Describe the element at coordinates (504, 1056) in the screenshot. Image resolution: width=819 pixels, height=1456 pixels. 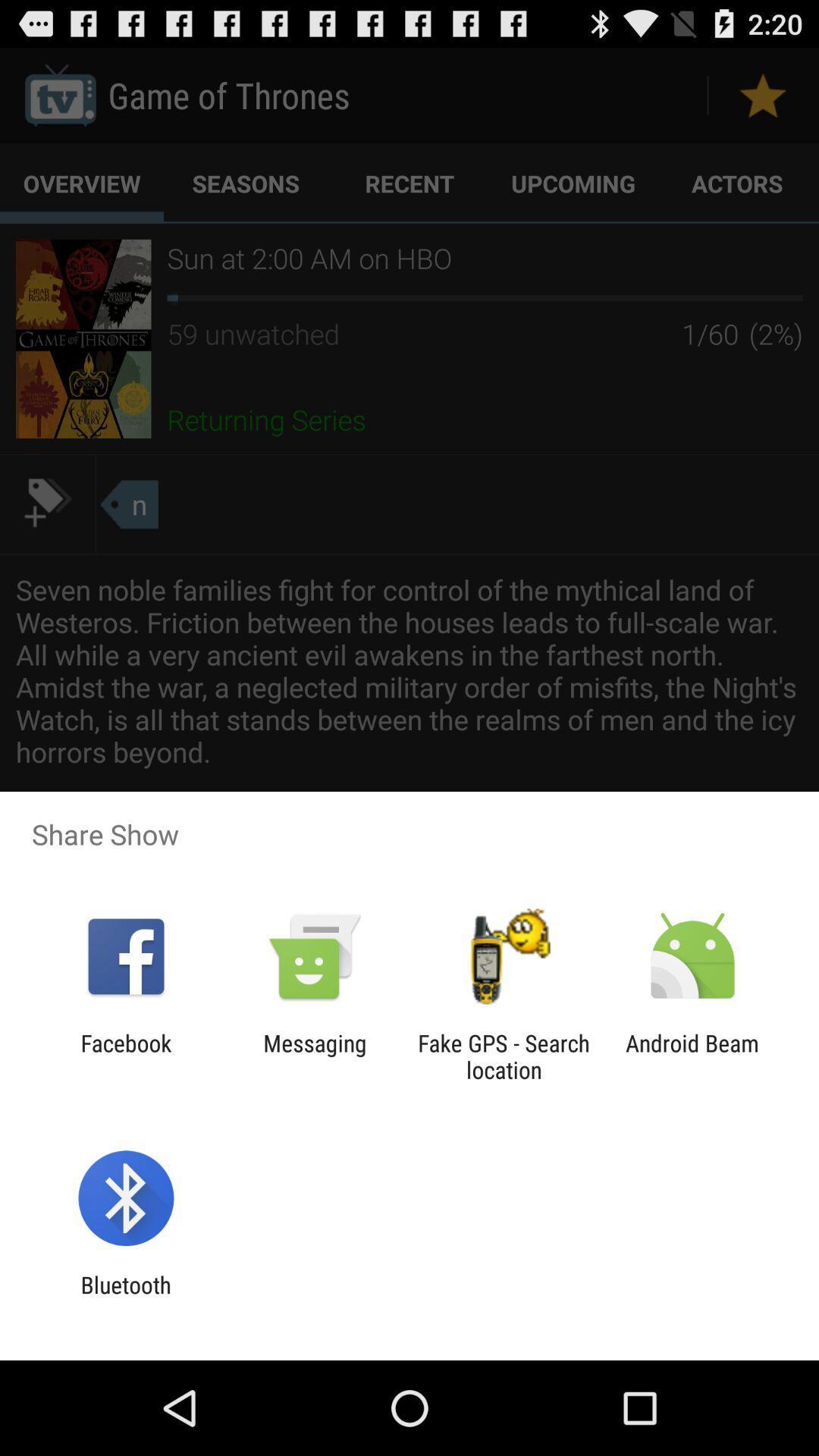
I see `icon next to the messaging` at that location.